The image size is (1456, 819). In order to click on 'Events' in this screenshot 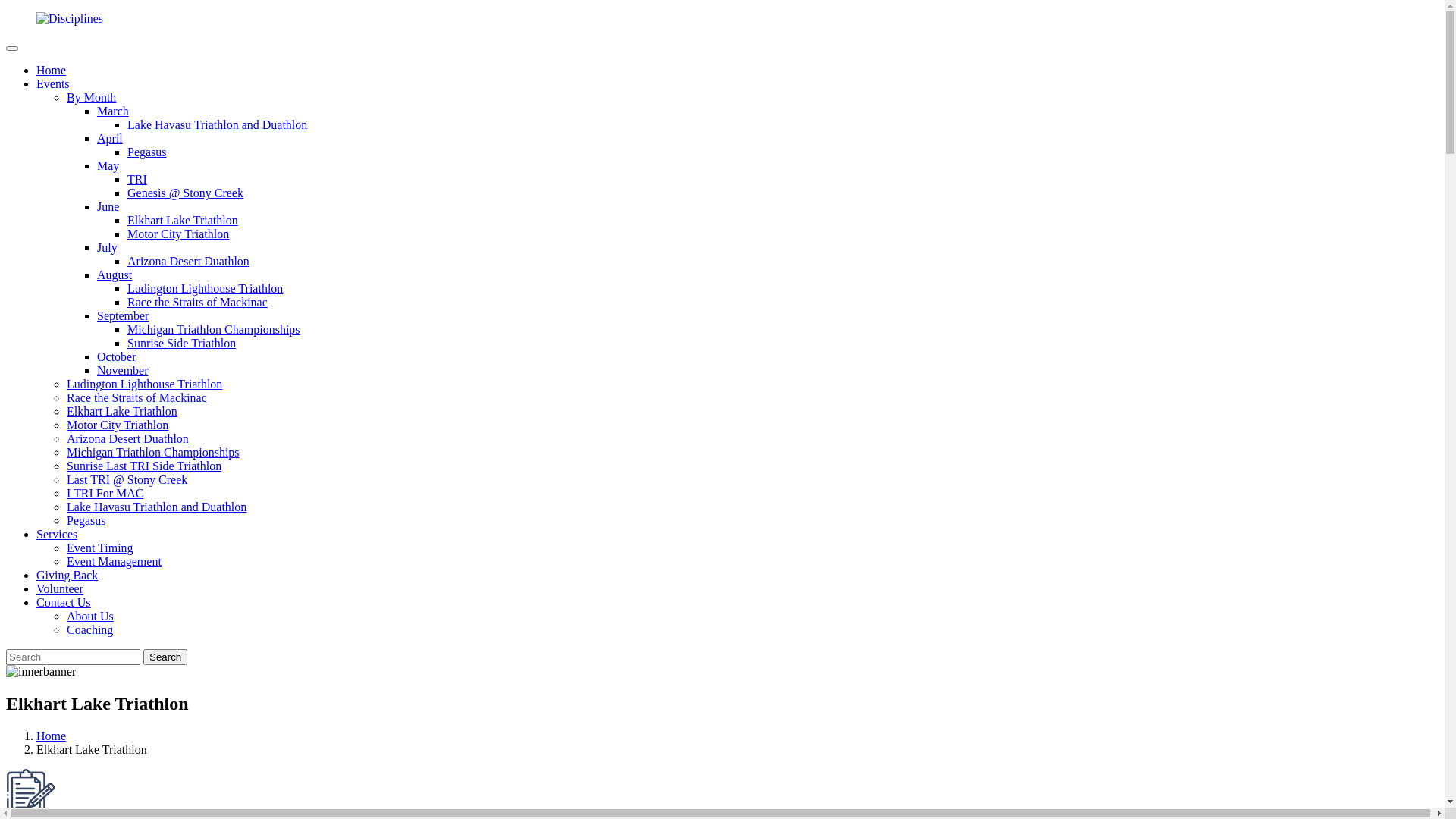, I will do `click(53, 83)`.